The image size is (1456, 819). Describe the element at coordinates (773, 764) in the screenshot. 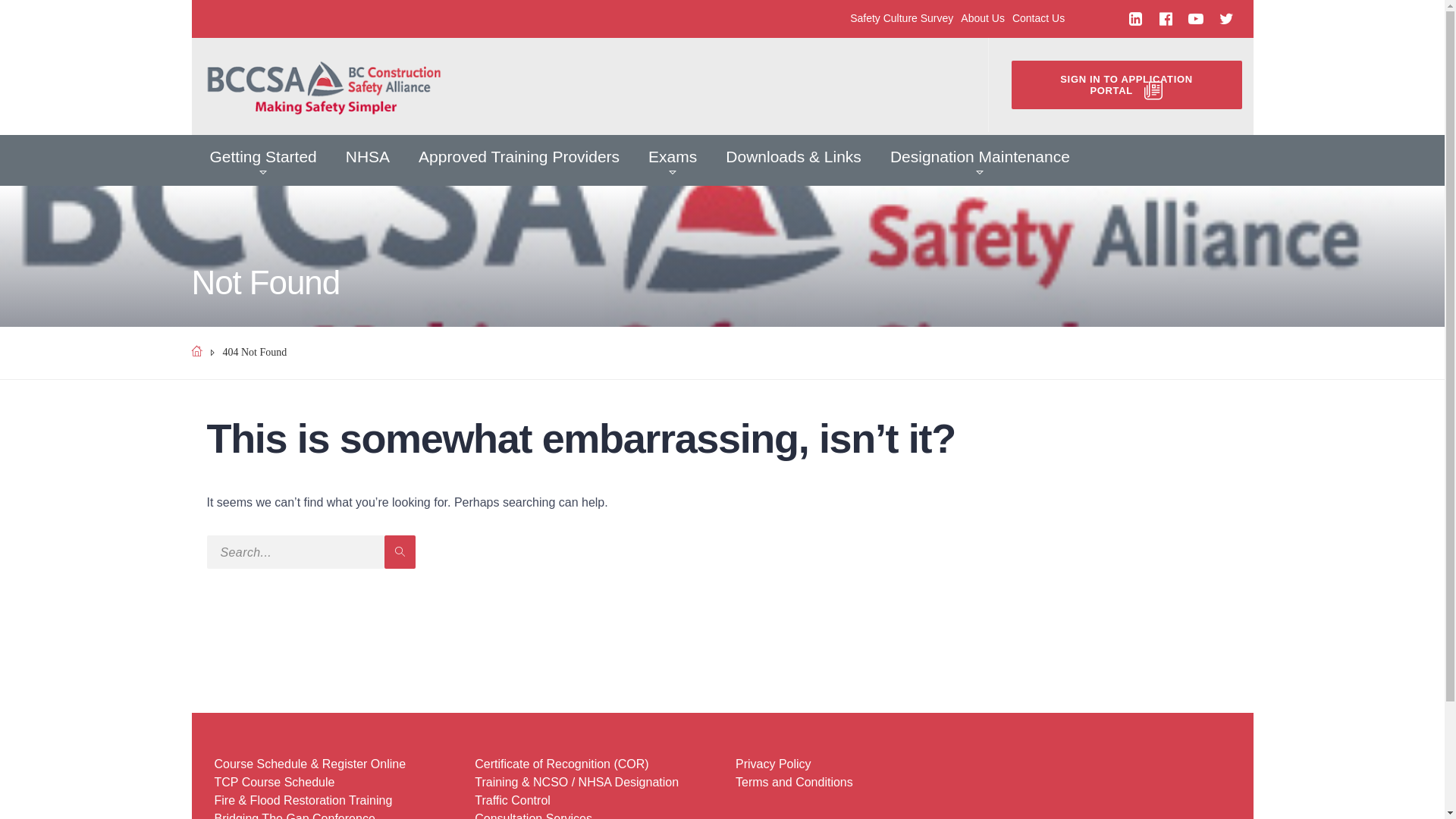

I see `'Privacy Policy'` at that location.